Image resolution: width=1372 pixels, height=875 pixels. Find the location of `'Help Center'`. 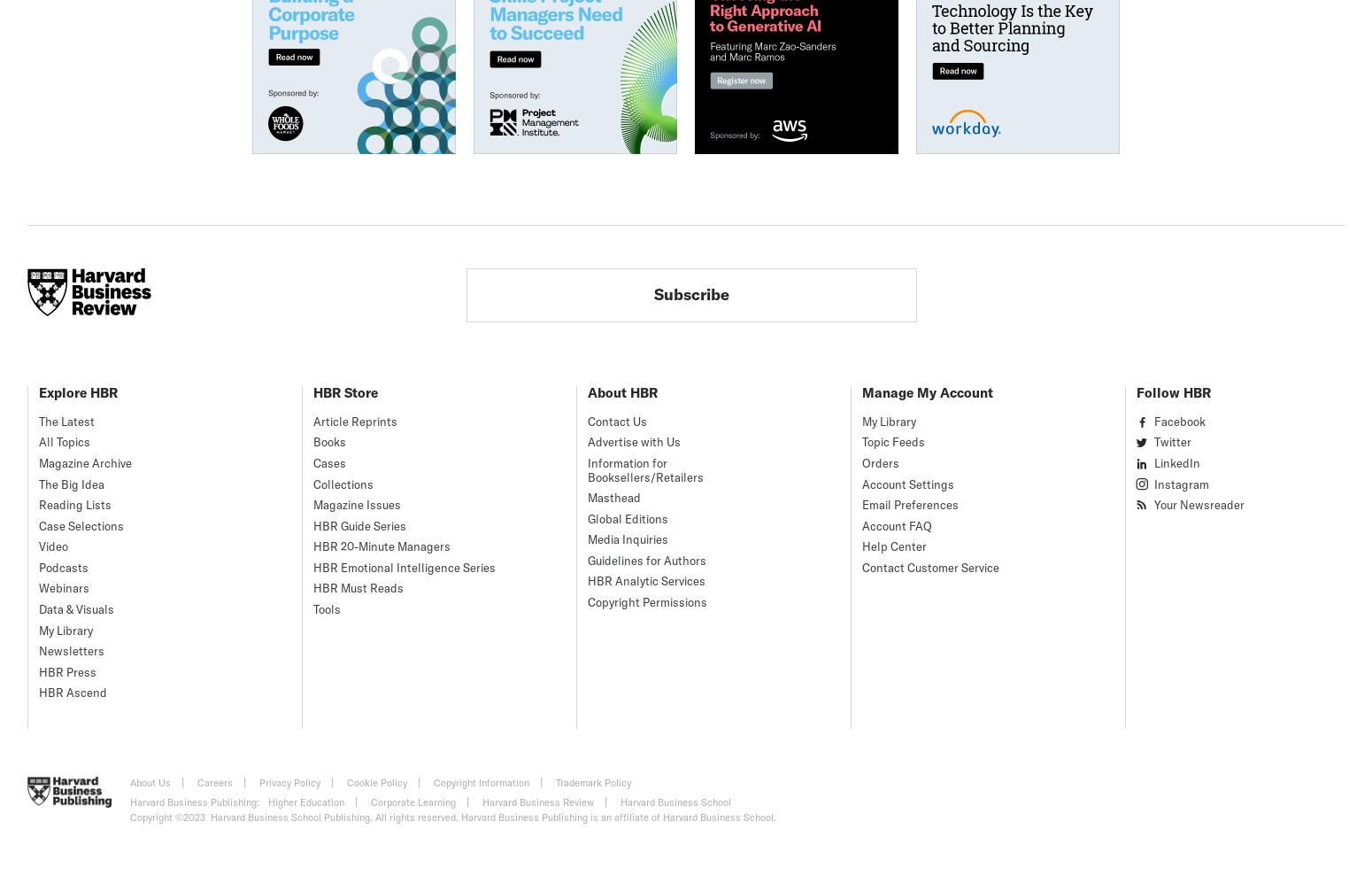

'Help Center' is located at coordinates (894, 546).